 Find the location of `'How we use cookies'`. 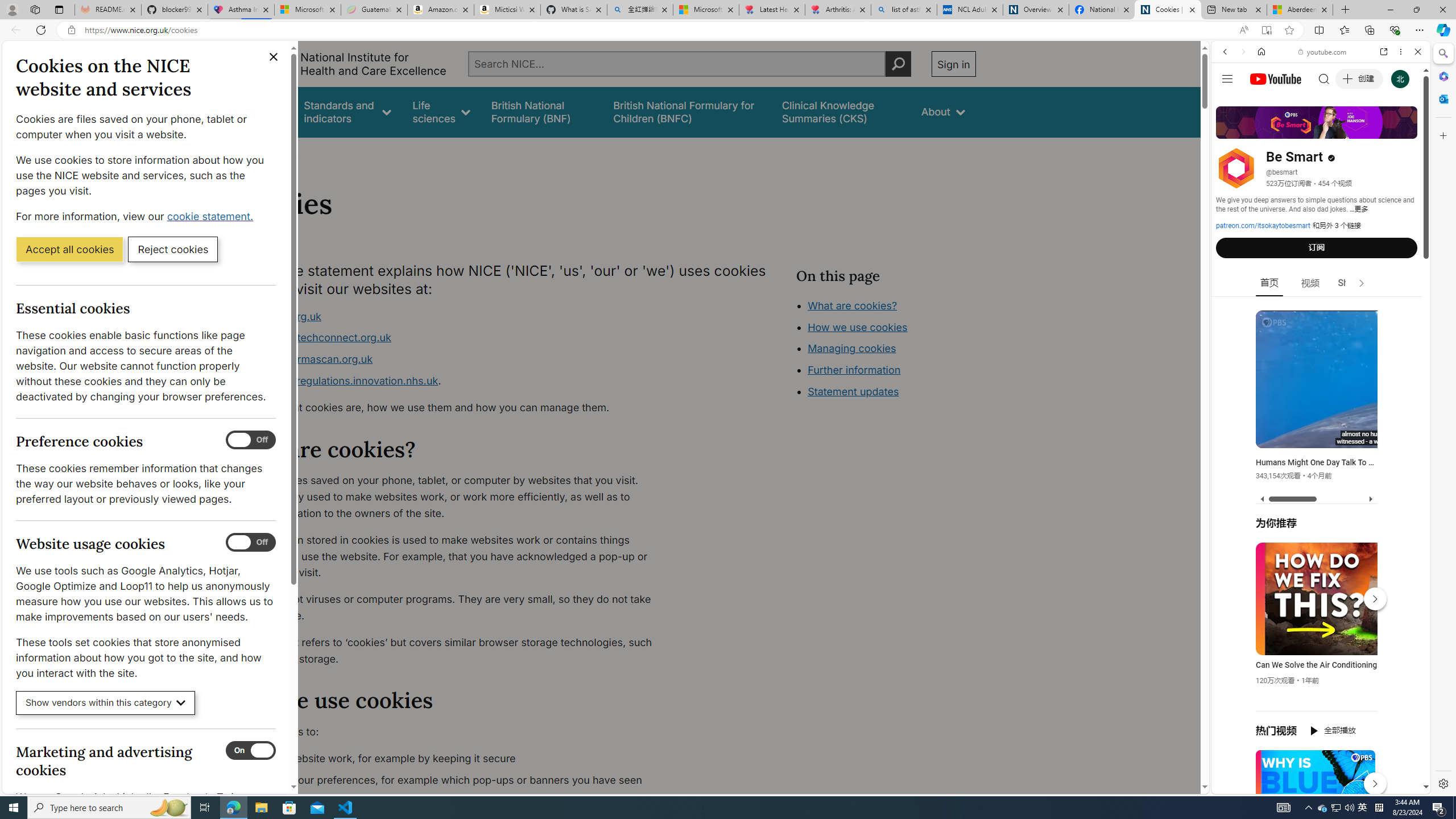

'How we use cookies' is located at coordinates (857, 326).